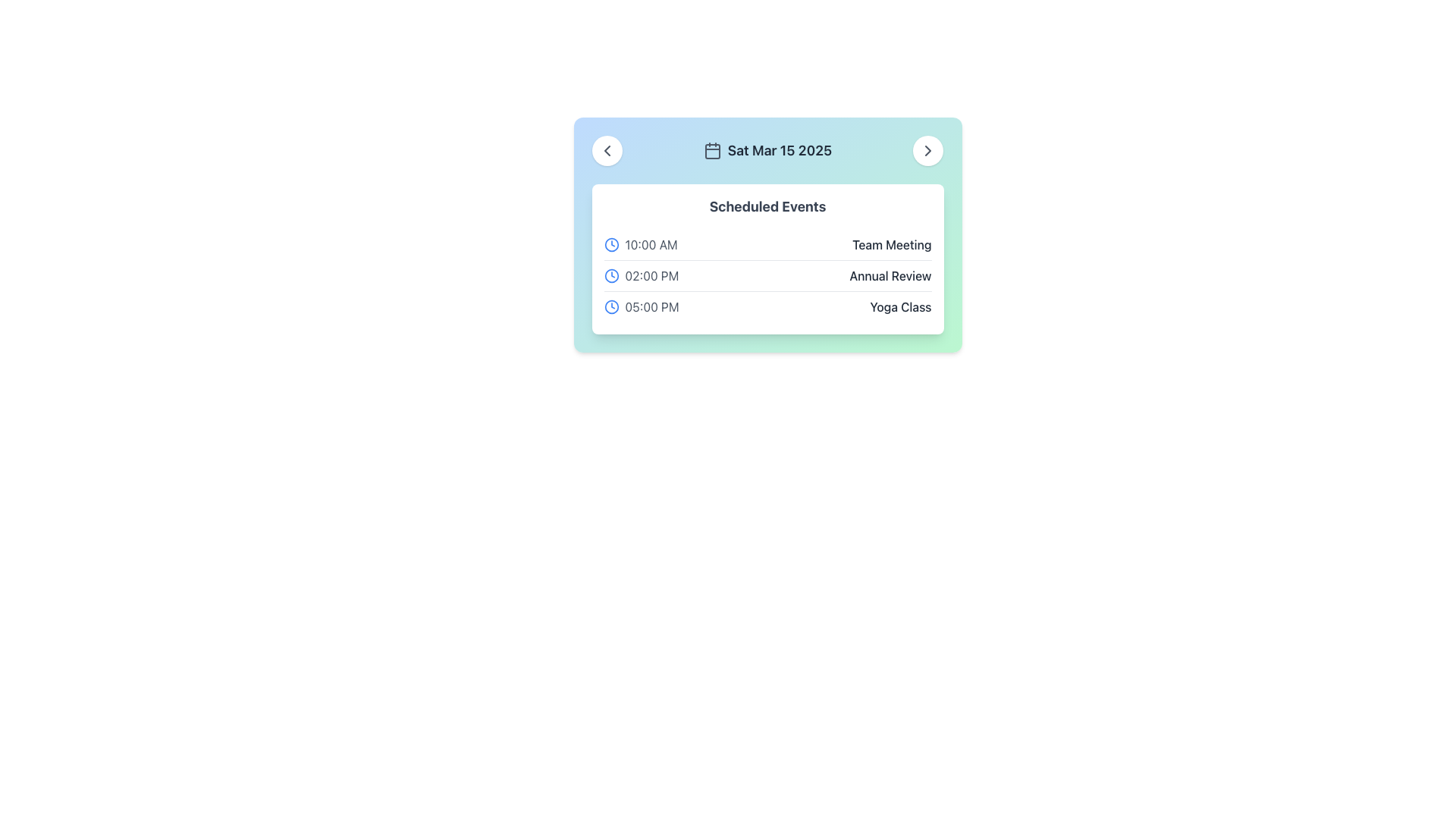 Image resolution: width=1456 pixels, height=819 pixels. What do you see at coordinates (927, 151) in the screenshot?
I see `the right-facing chevron arrow icon within the circular button located at the top-right corner of the calendar interface` at bounding box center [927, 151].